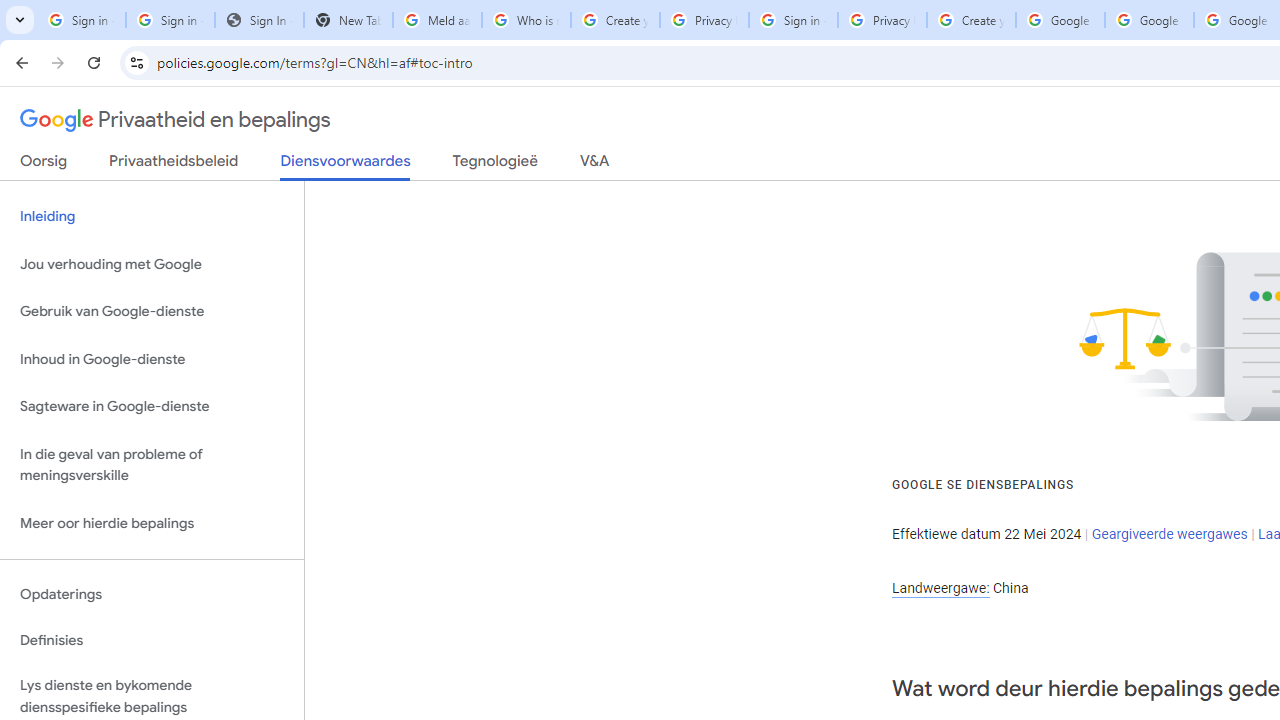 This screenshot has width=1280, height=720. Describe the element at coordinates (151, 640) in the screenshot. I see `'Definisies'` at that location.